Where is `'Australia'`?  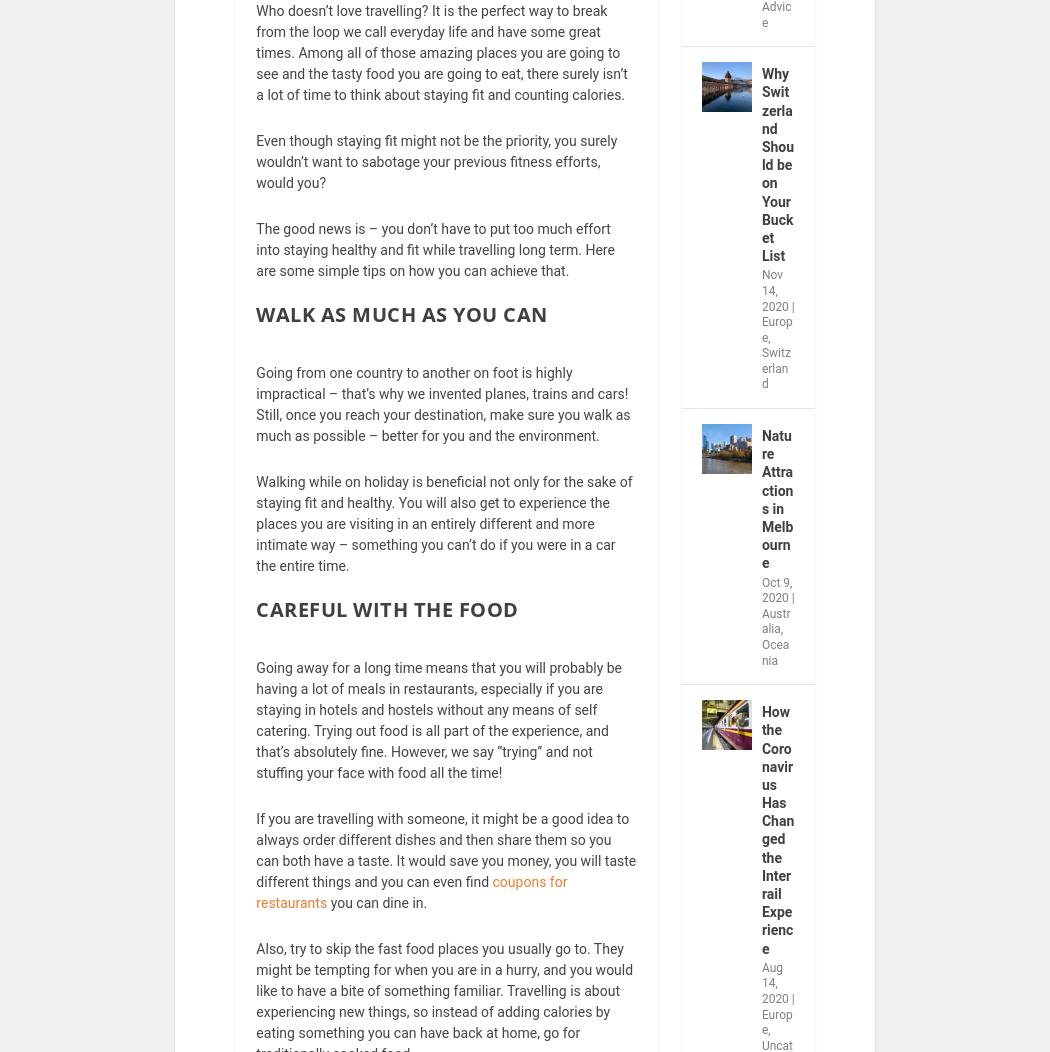 'Australia' is located at coordinates (775, 634).